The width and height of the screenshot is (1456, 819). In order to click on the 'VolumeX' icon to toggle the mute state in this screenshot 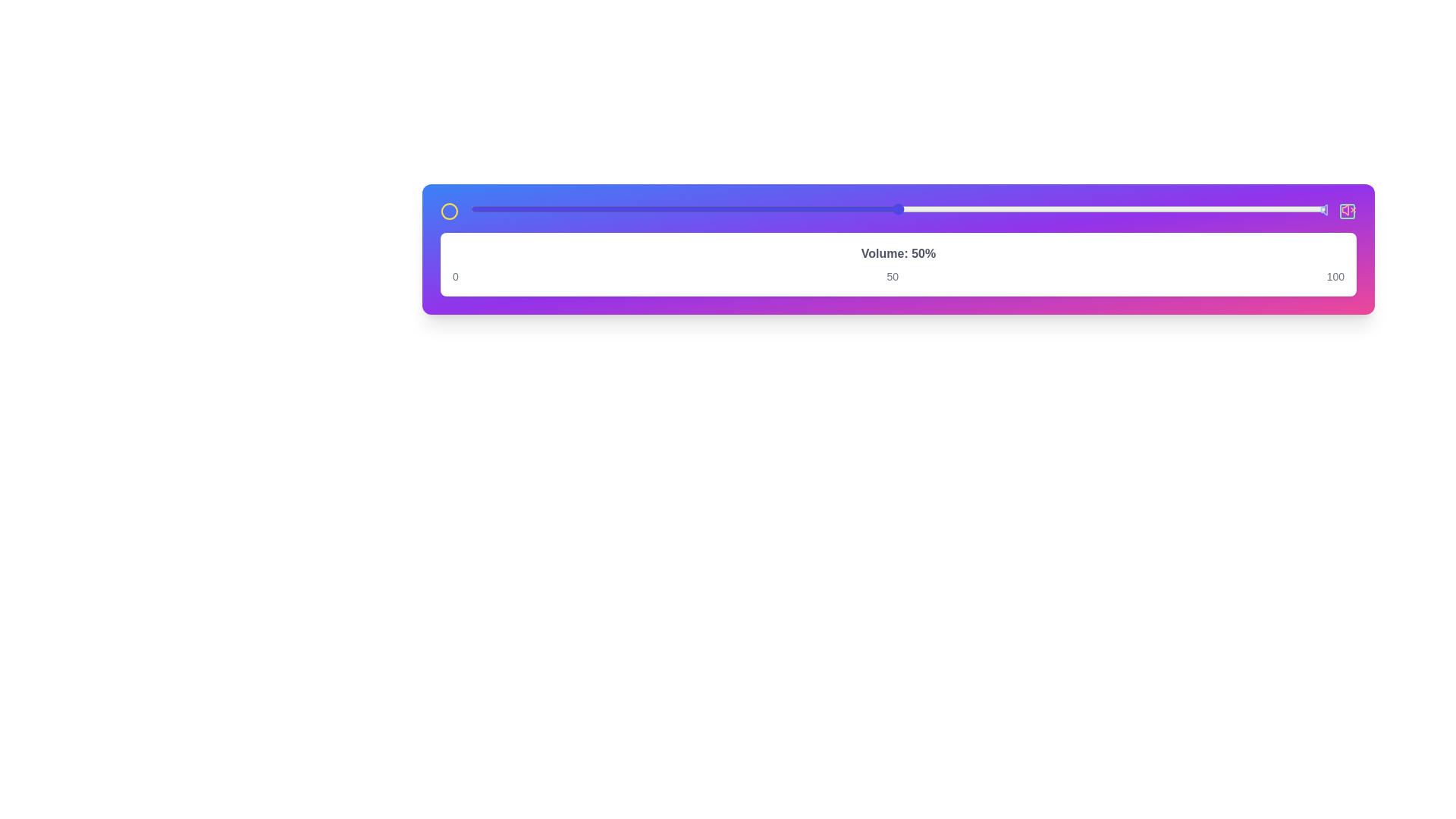, I will do `click(1349, 210)`.